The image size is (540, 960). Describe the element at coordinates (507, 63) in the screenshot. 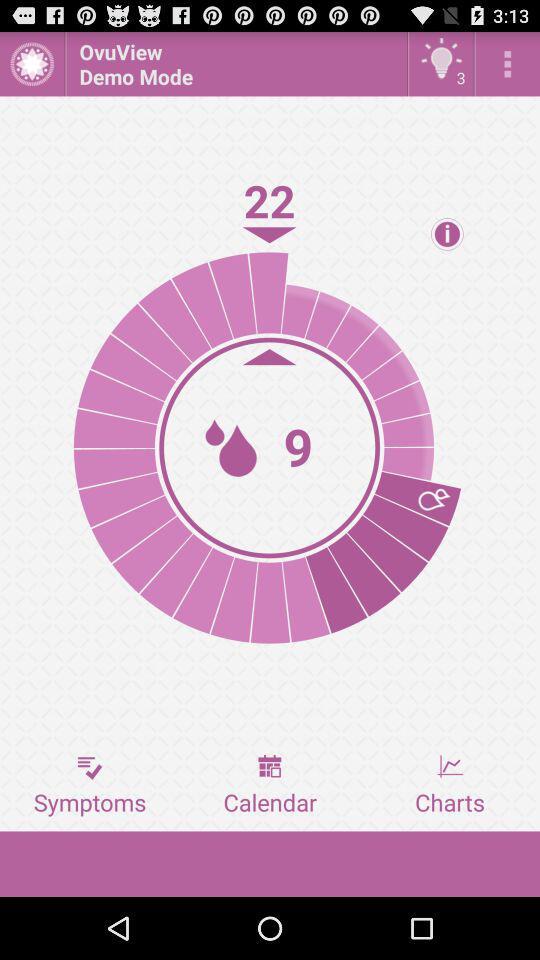

I see `more options` at that location.